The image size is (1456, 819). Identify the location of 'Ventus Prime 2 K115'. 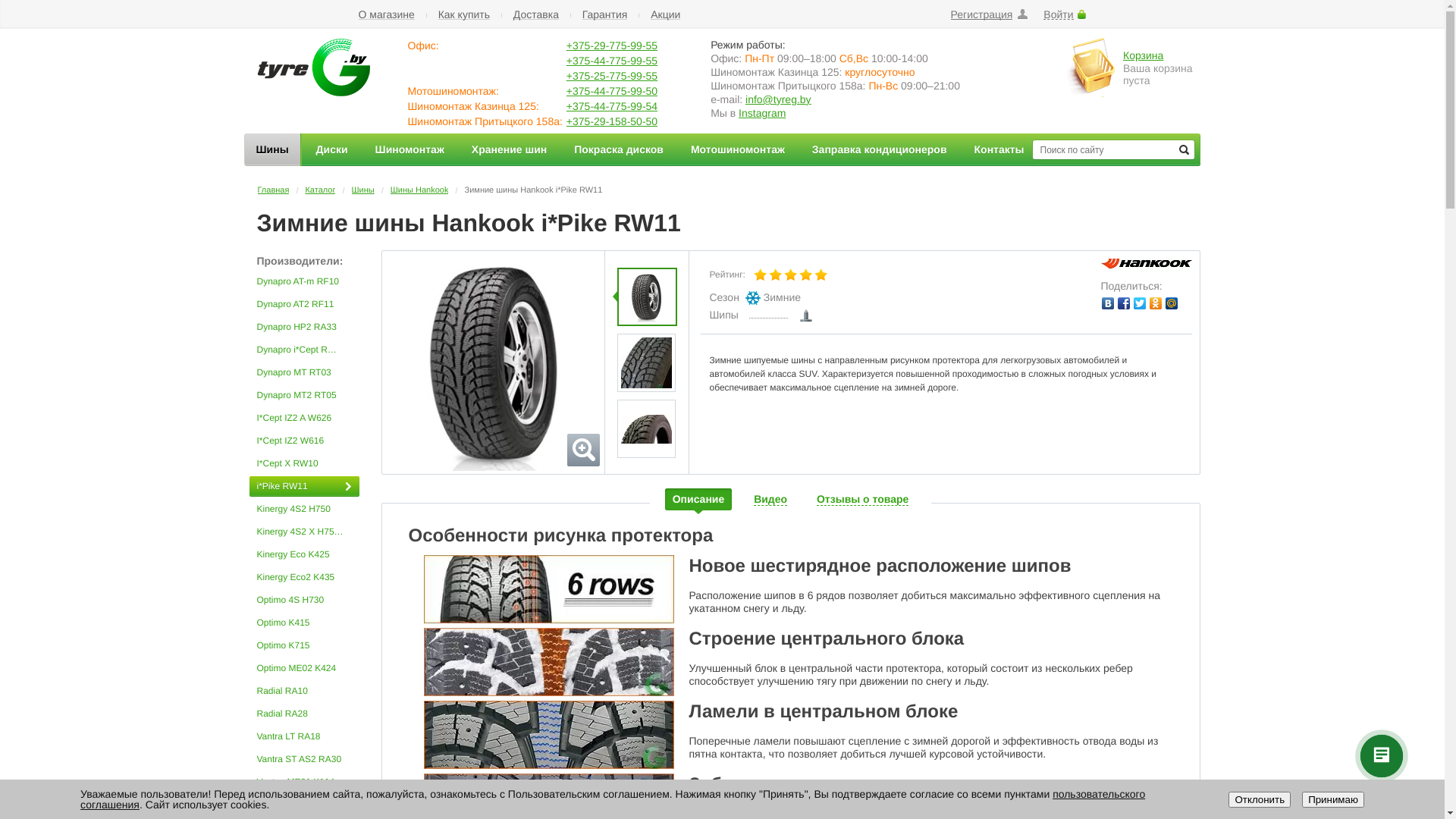
(303, 804).